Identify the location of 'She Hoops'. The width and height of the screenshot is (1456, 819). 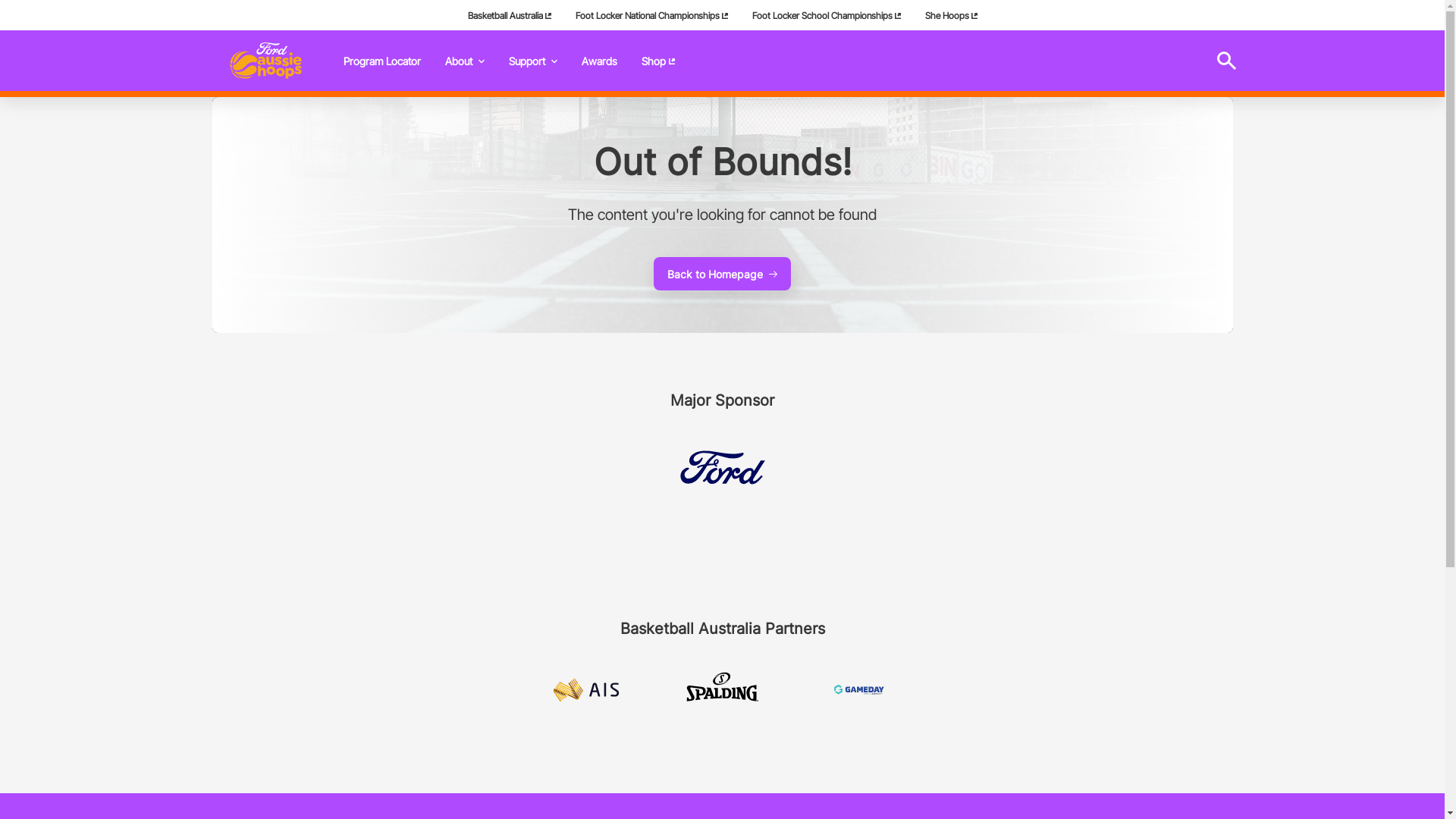
(912, 14).